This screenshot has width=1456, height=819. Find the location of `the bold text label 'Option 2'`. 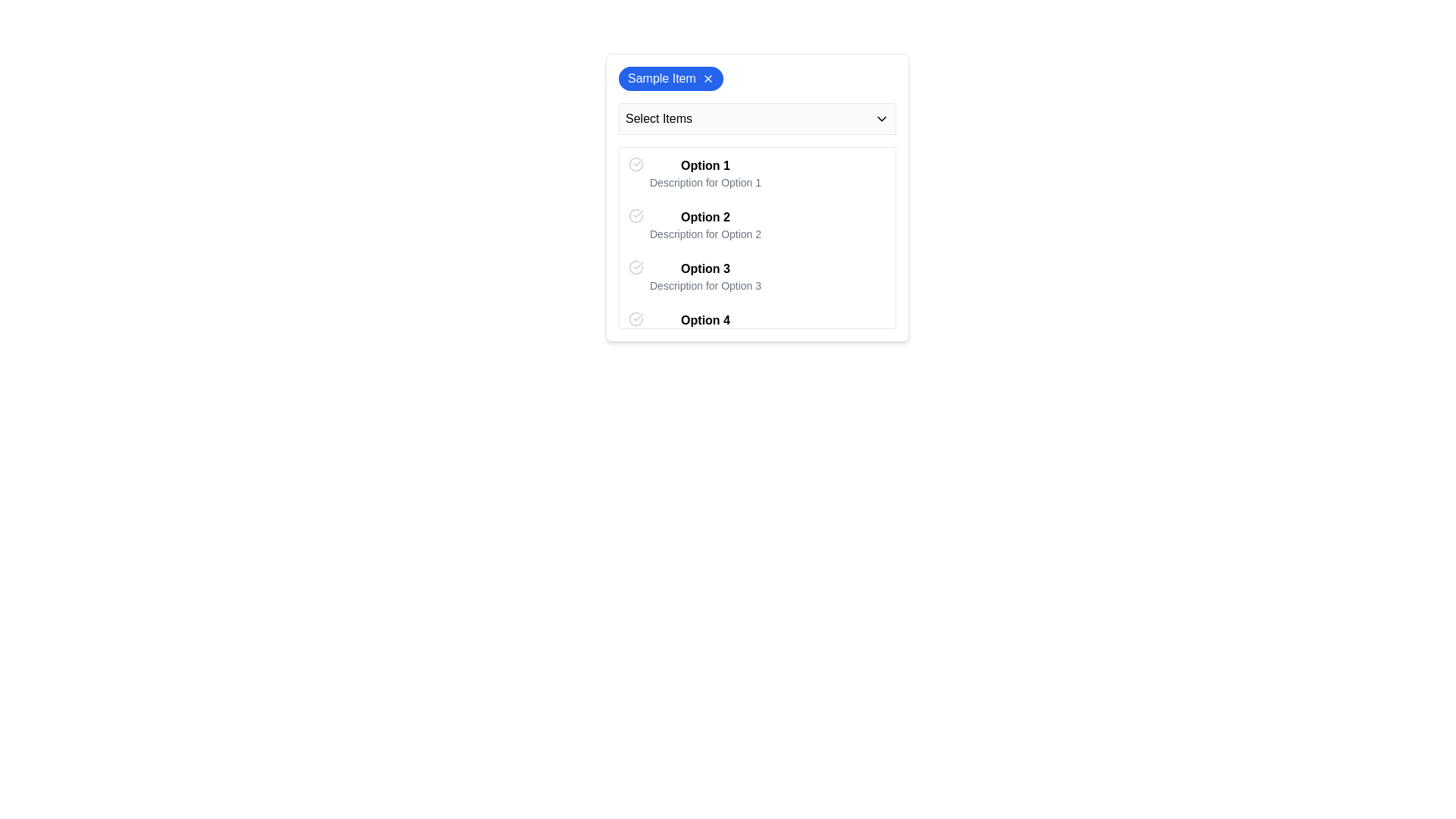

the bold text label 'Option 2' is located at coordinates (704, 217).